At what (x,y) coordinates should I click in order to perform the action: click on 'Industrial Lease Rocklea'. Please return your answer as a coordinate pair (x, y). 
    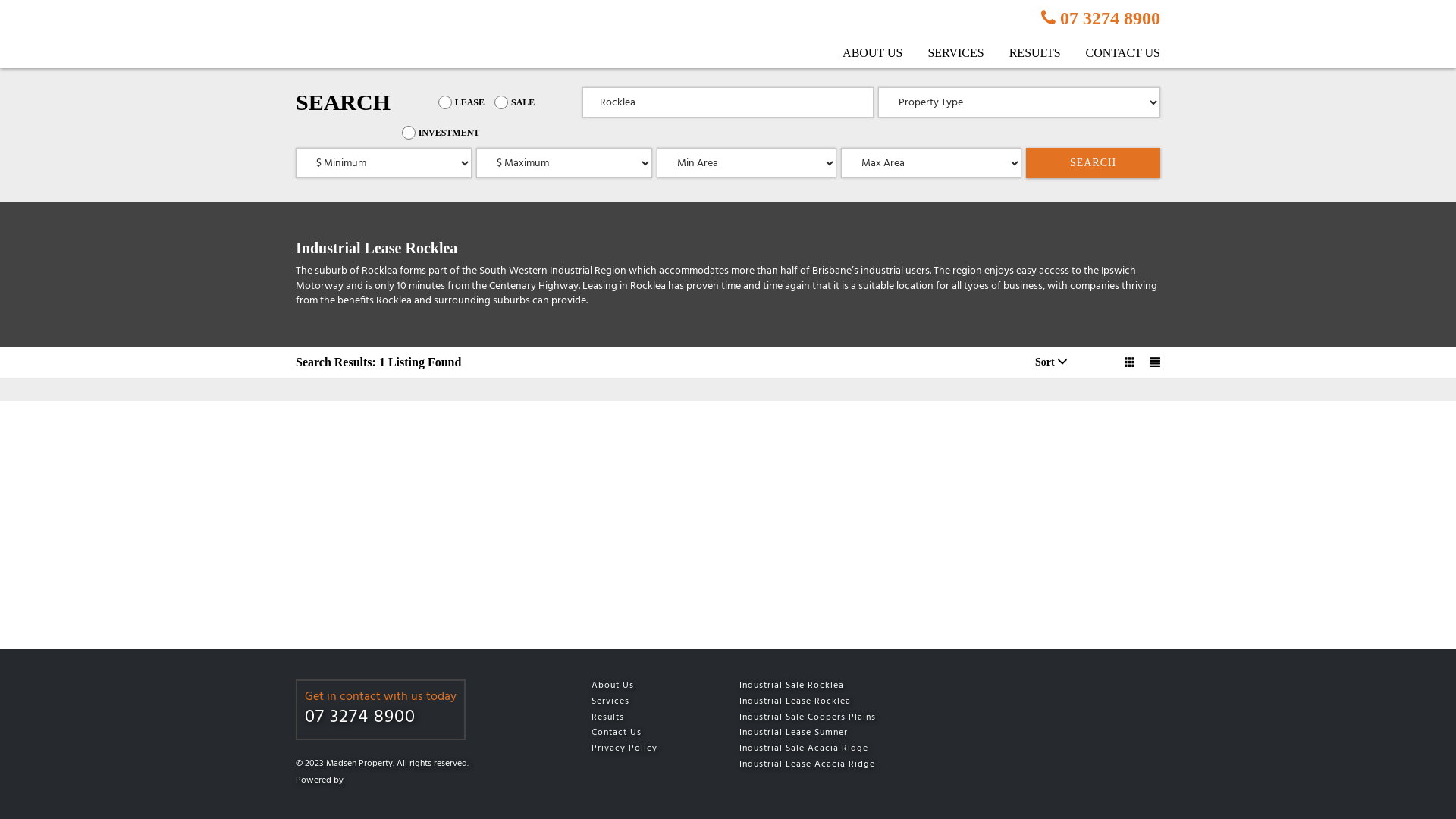
    Looking at the image, I should click on (838, 701).